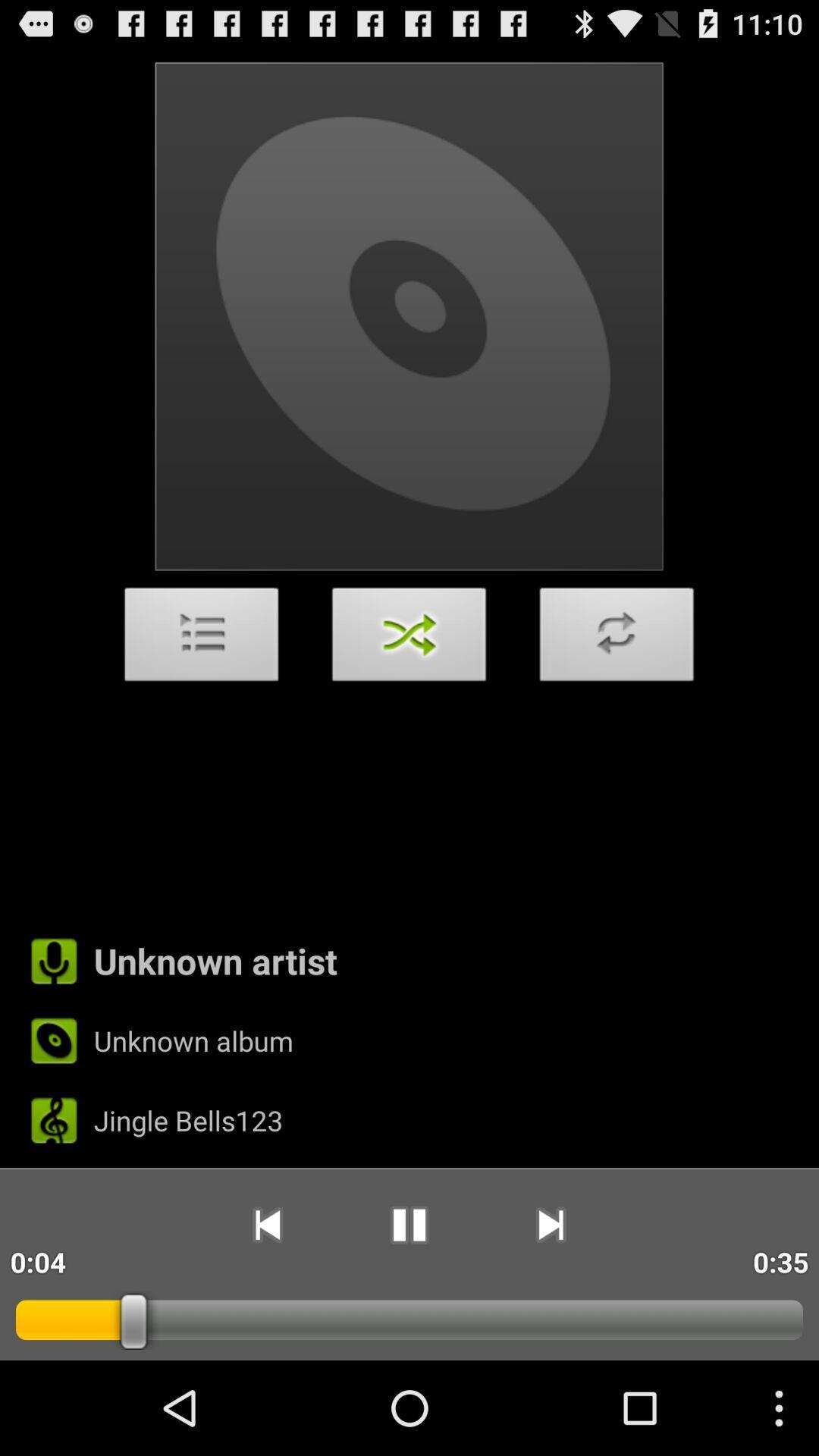  What do you see at coordinates (409, 682) in the screenshot?
I see `the close icon` at bounding box center [409, 682].